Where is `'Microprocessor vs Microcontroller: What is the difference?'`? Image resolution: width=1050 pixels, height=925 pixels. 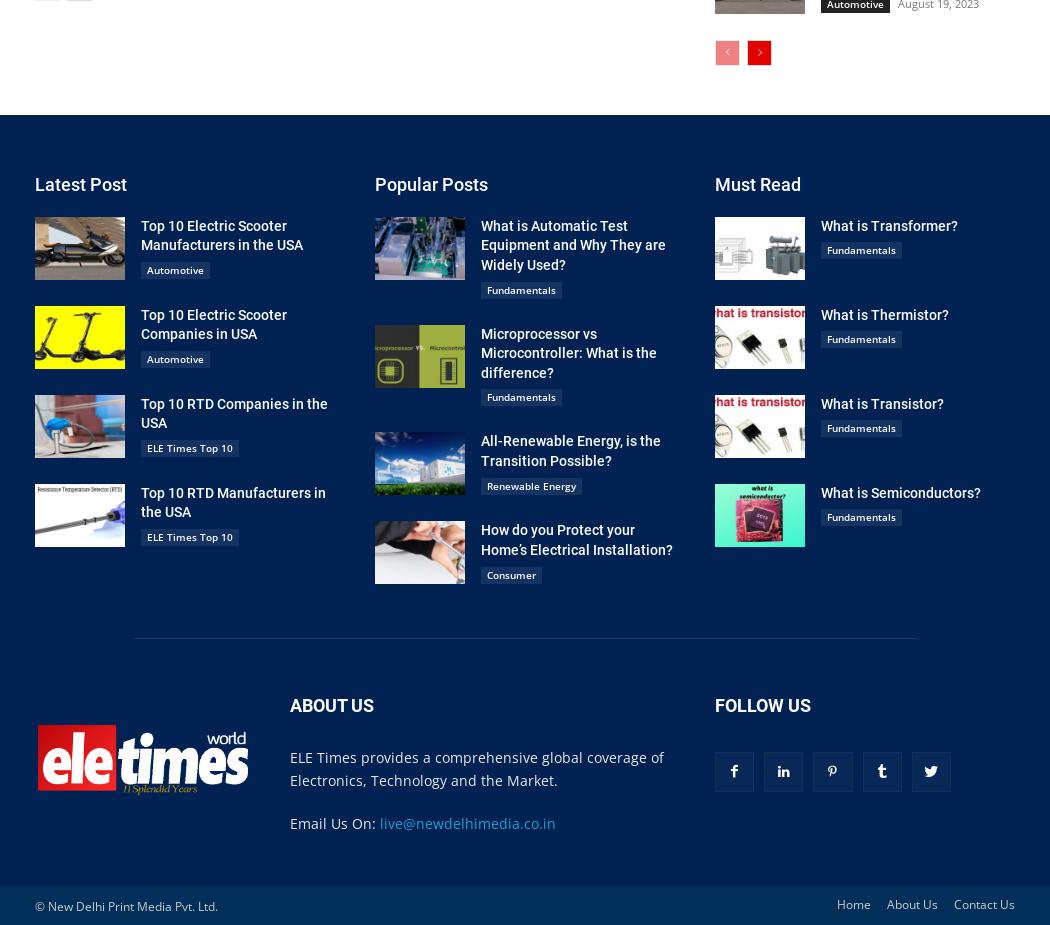
'Microprocessor vs Microcontroller: What is the difference?' is located at coordinates (567, 351).